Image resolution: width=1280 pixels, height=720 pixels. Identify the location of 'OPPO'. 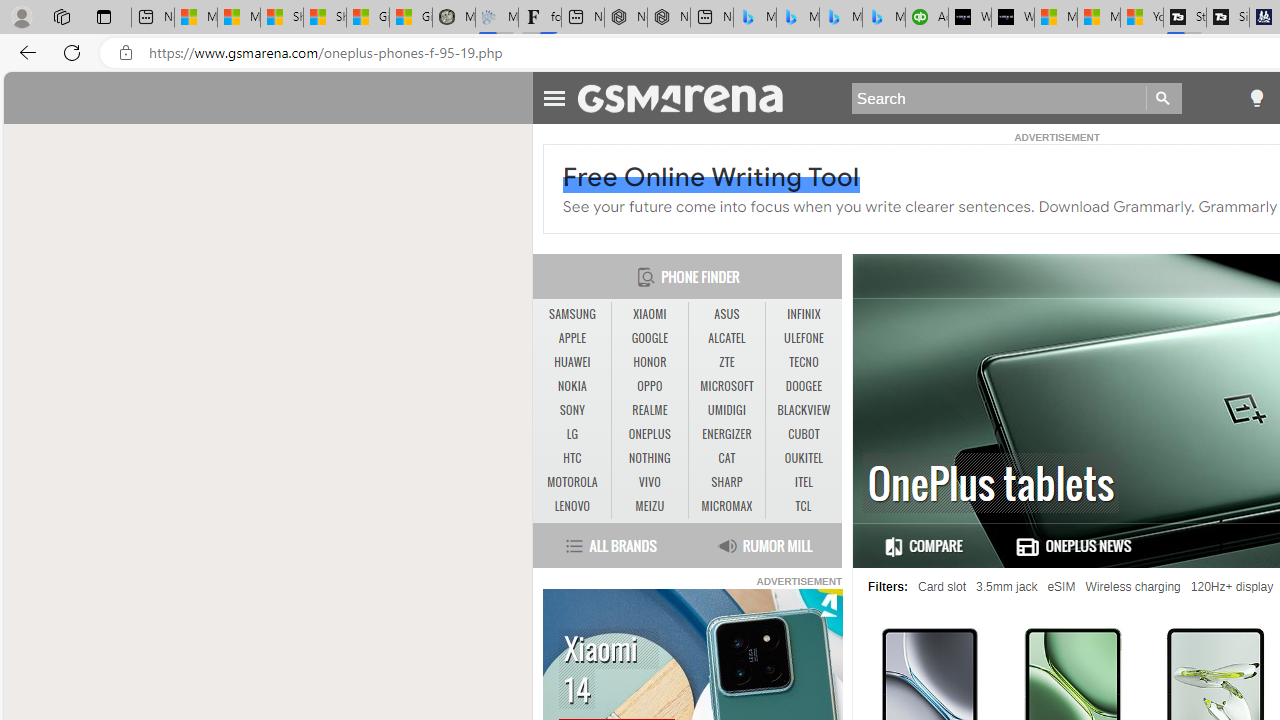
(649, 386).